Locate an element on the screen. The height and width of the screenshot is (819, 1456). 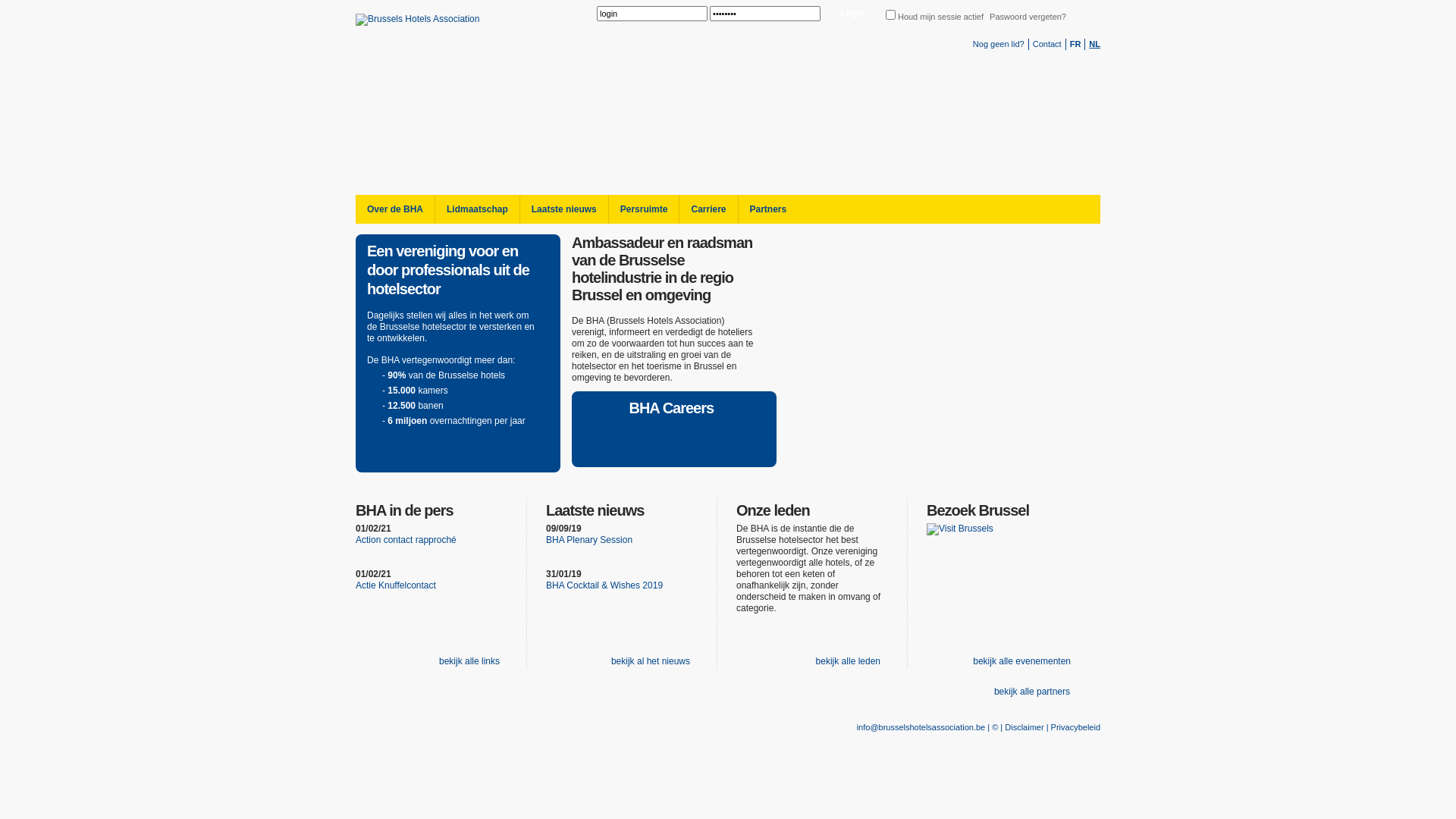
'Over de BHA' is located at coordinates (395, 209).